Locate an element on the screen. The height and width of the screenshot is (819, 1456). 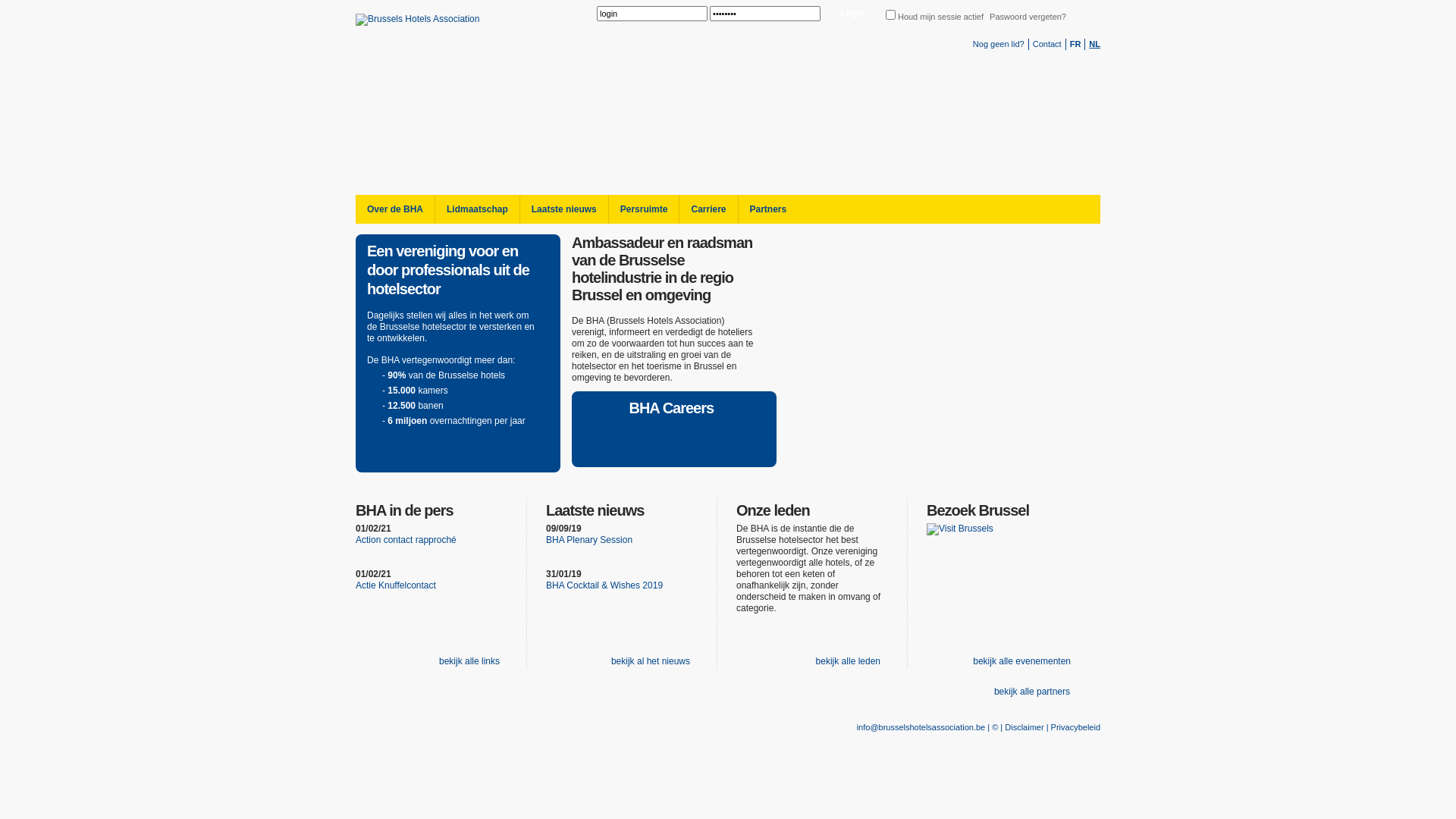
'Over de BHA' is located at coordinates (395, 209).